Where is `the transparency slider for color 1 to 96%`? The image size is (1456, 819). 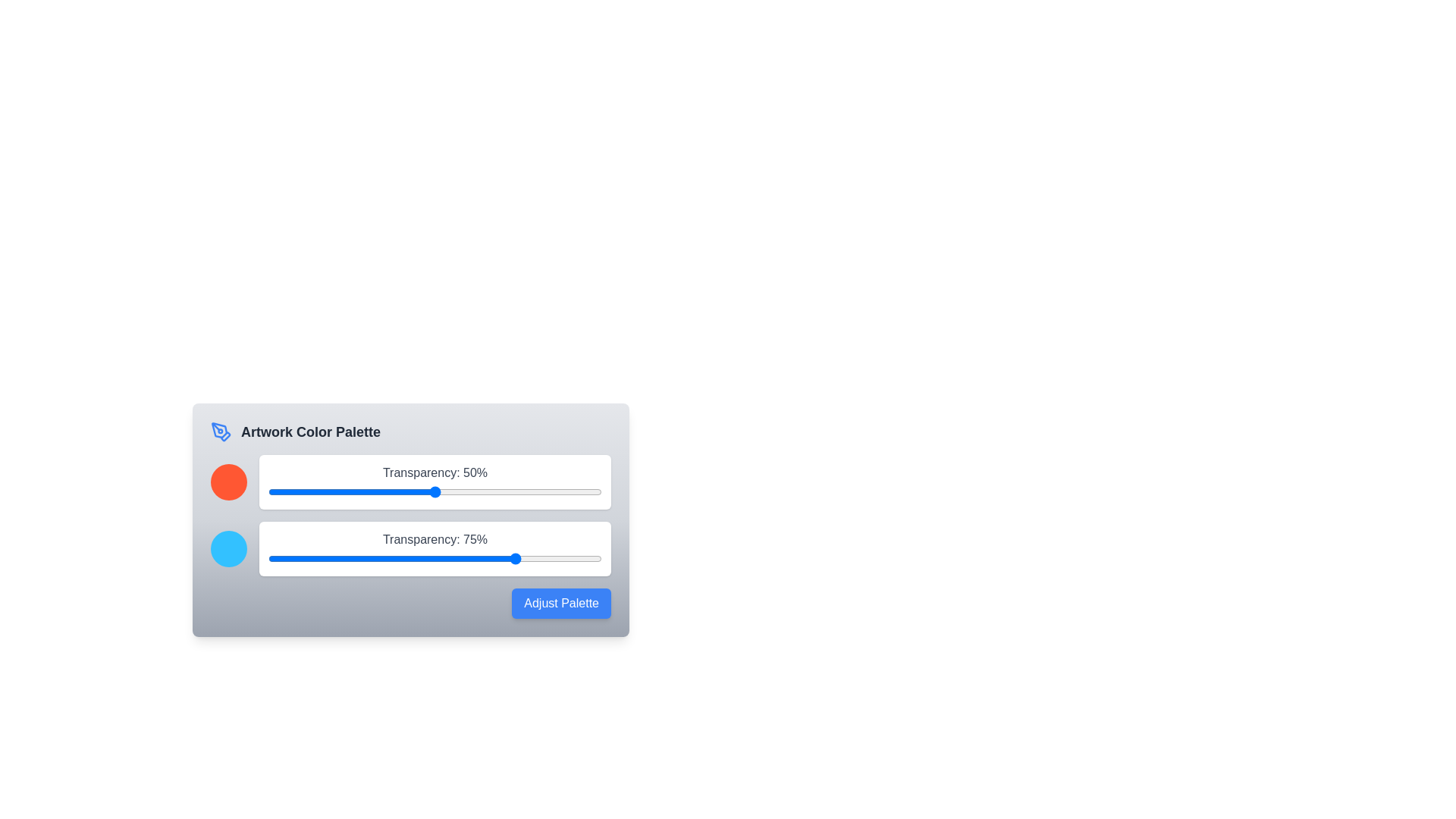 the transparency slider for color 1 to 96% is located at coordinates (588, 491).